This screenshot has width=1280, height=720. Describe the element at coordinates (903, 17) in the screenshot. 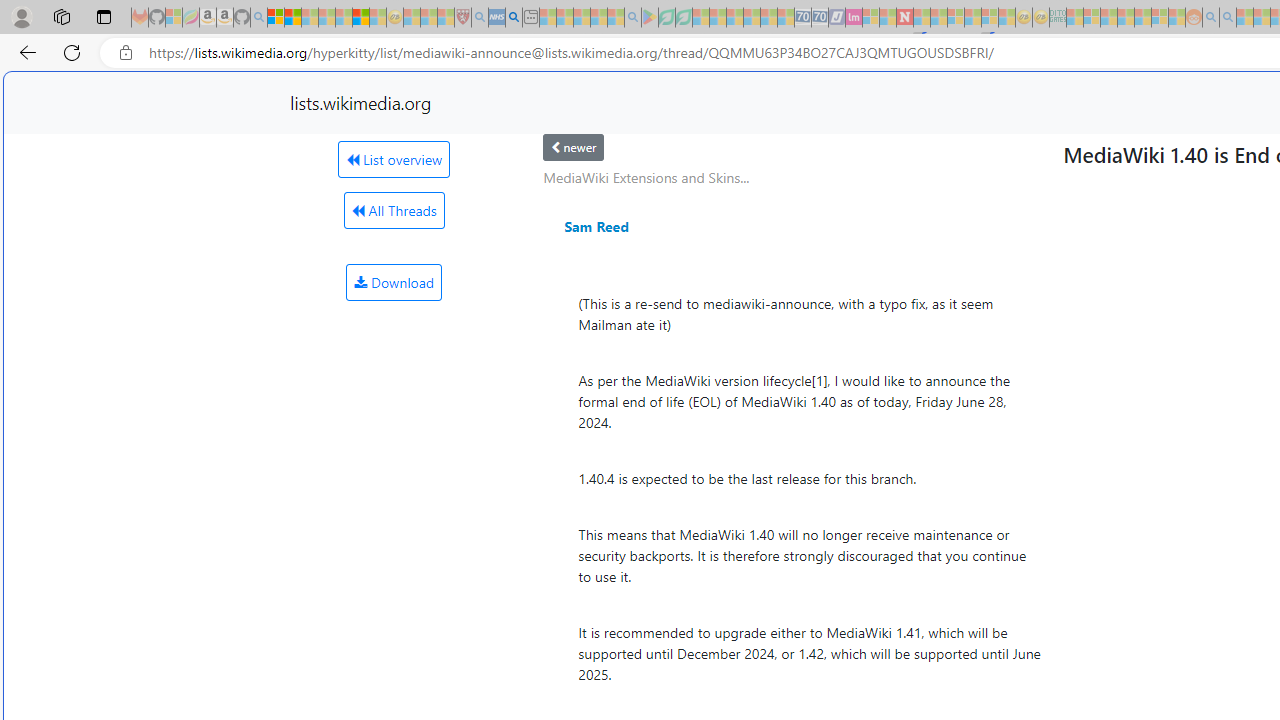

I see `'Latest Politics News & Archive | Newsweek.com - Sleeping'` at that location.